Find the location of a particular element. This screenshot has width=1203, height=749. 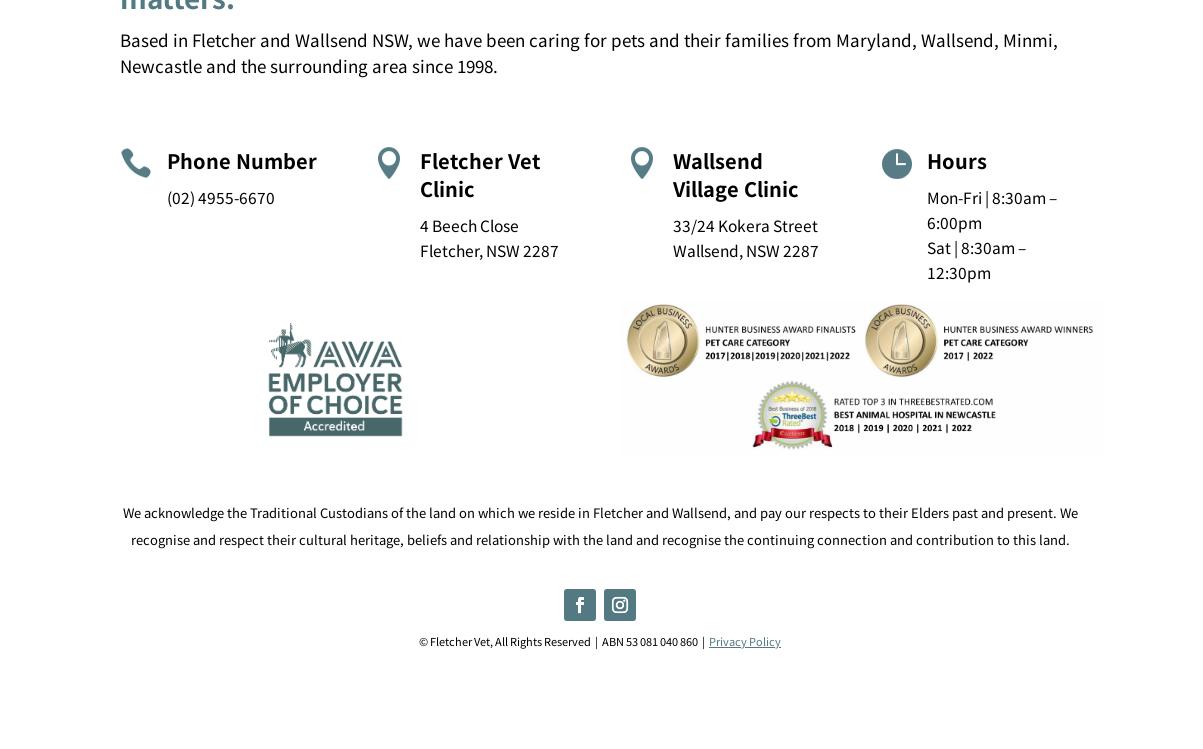

'Mon-Fri | 8:30am – 6:00pm' is located at coordinates (924, 207).